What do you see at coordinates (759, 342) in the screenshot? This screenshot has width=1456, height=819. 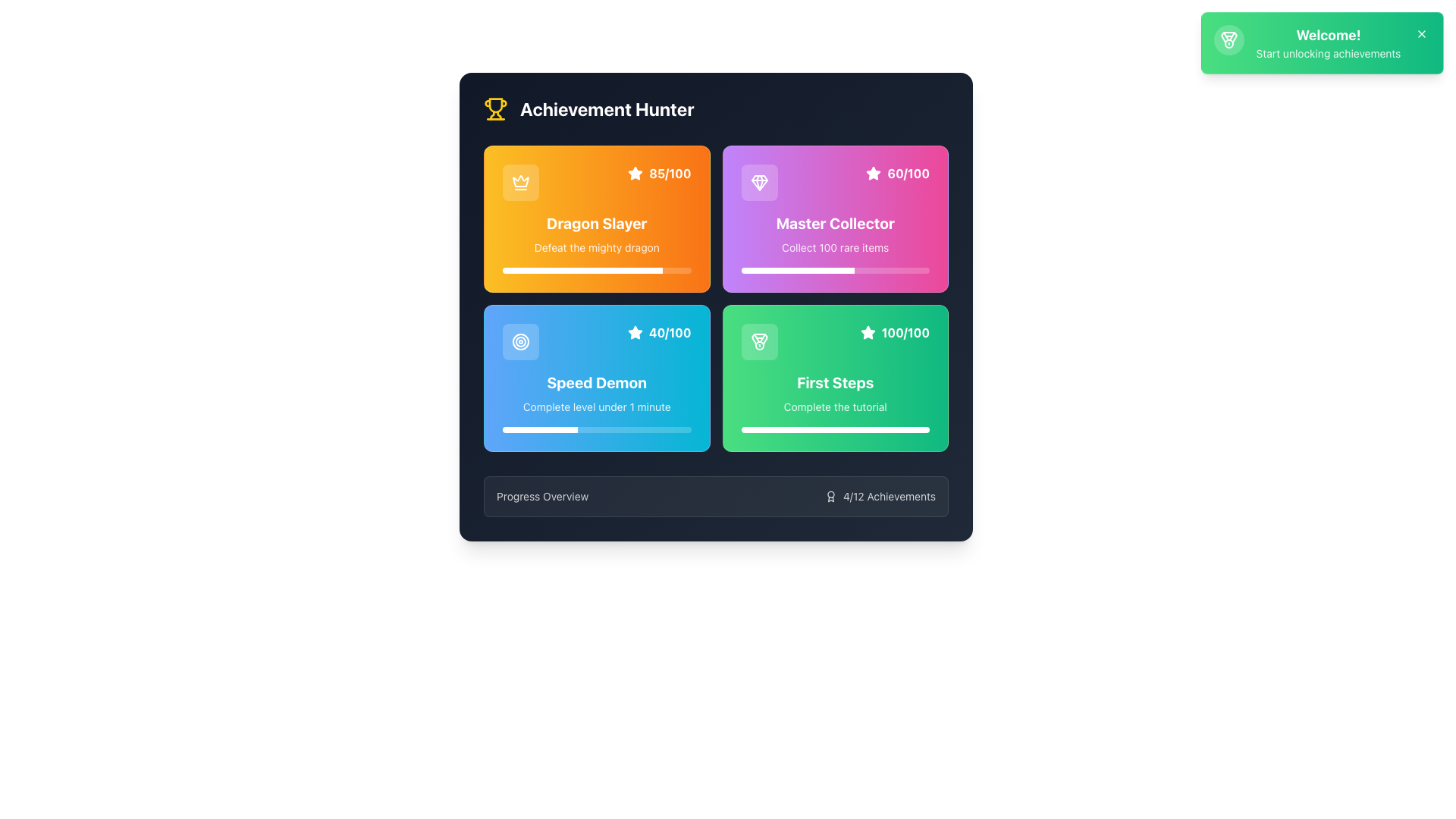 I see `the achievement icon for 'First Steps' located within the green button in the bottom-right corner of the achievements grid` at bounding box center [759, 342].